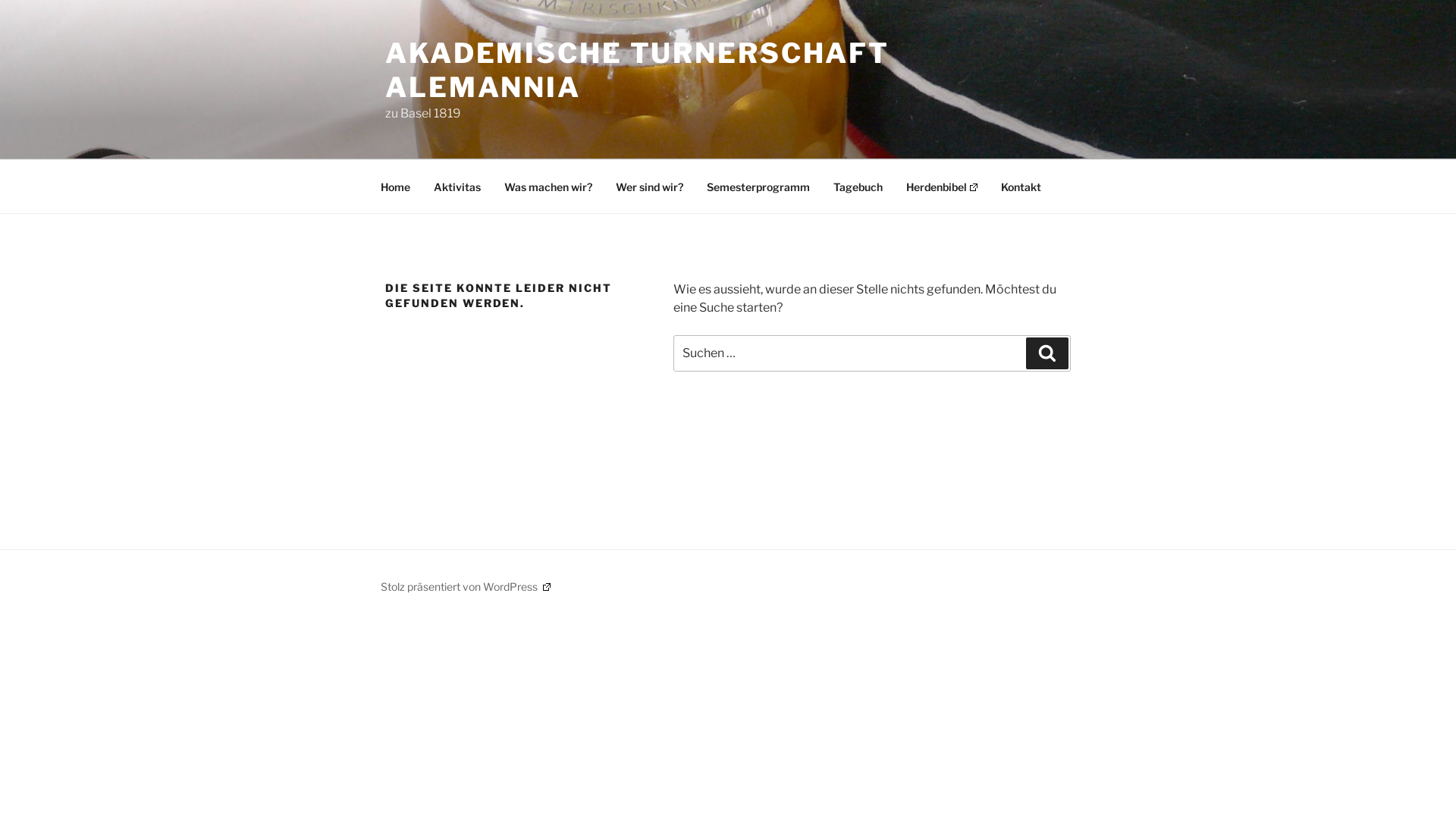 Image resolution: width=1456 pixels, height=819 pixels. Describe the element at coordinates (457, 186) in the screenshot. I see `'Aktivitas'` at that location.